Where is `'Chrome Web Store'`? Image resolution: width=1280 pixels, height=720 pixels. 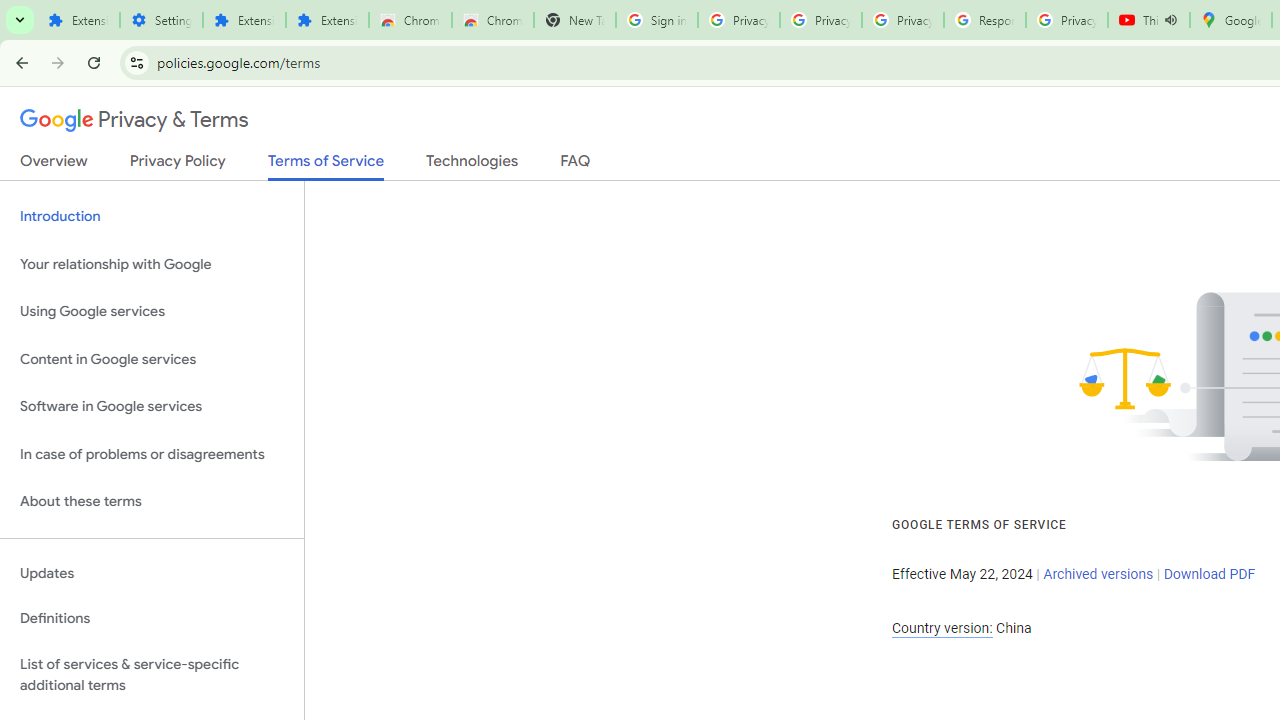
'Chrome Web Store' is located at coordinates (409, 20).